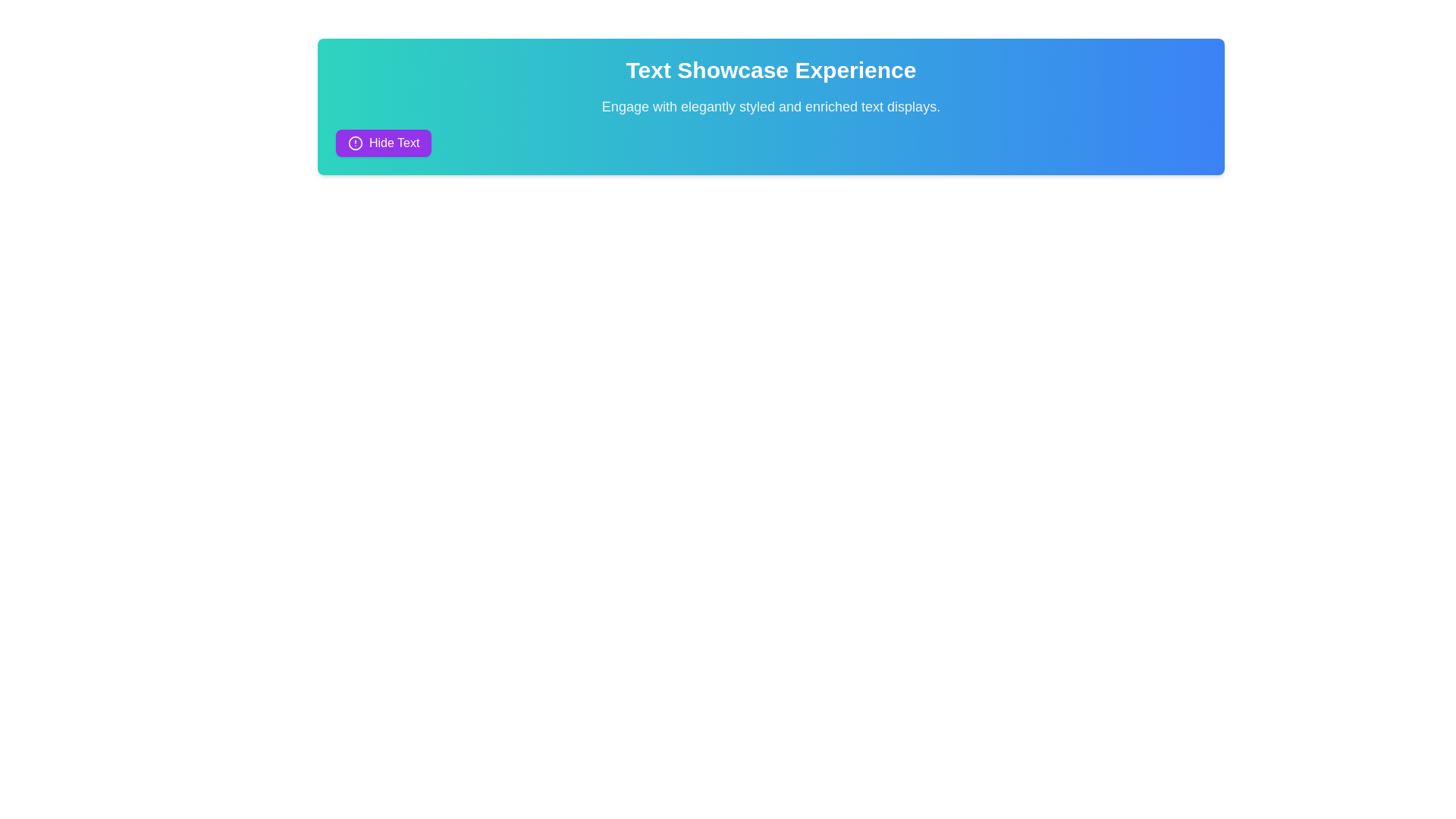  Describe the element at coordinates (771, 106) in the screenshot. I see `the Label/Text Display element that provides context or additional information, centrally positioned below the heading 'Text Showcase Experience' and above the 'Hide Text' button` at that location.